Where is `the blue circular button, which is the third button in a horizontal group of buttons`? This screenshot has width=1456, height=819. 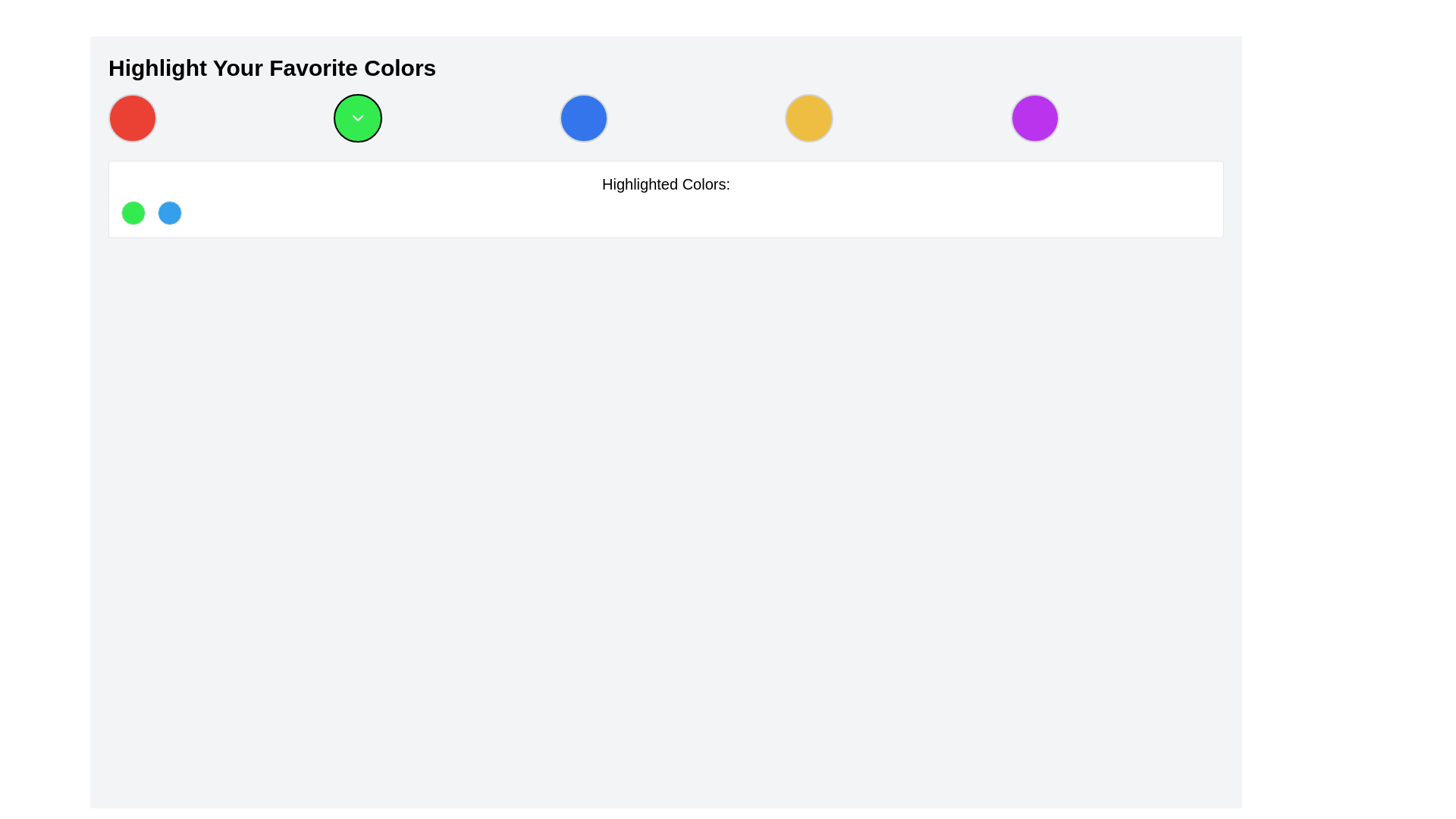 the blue circular button, which is the third button in a horizontal group of buttons is located at coordinates (582, 117).